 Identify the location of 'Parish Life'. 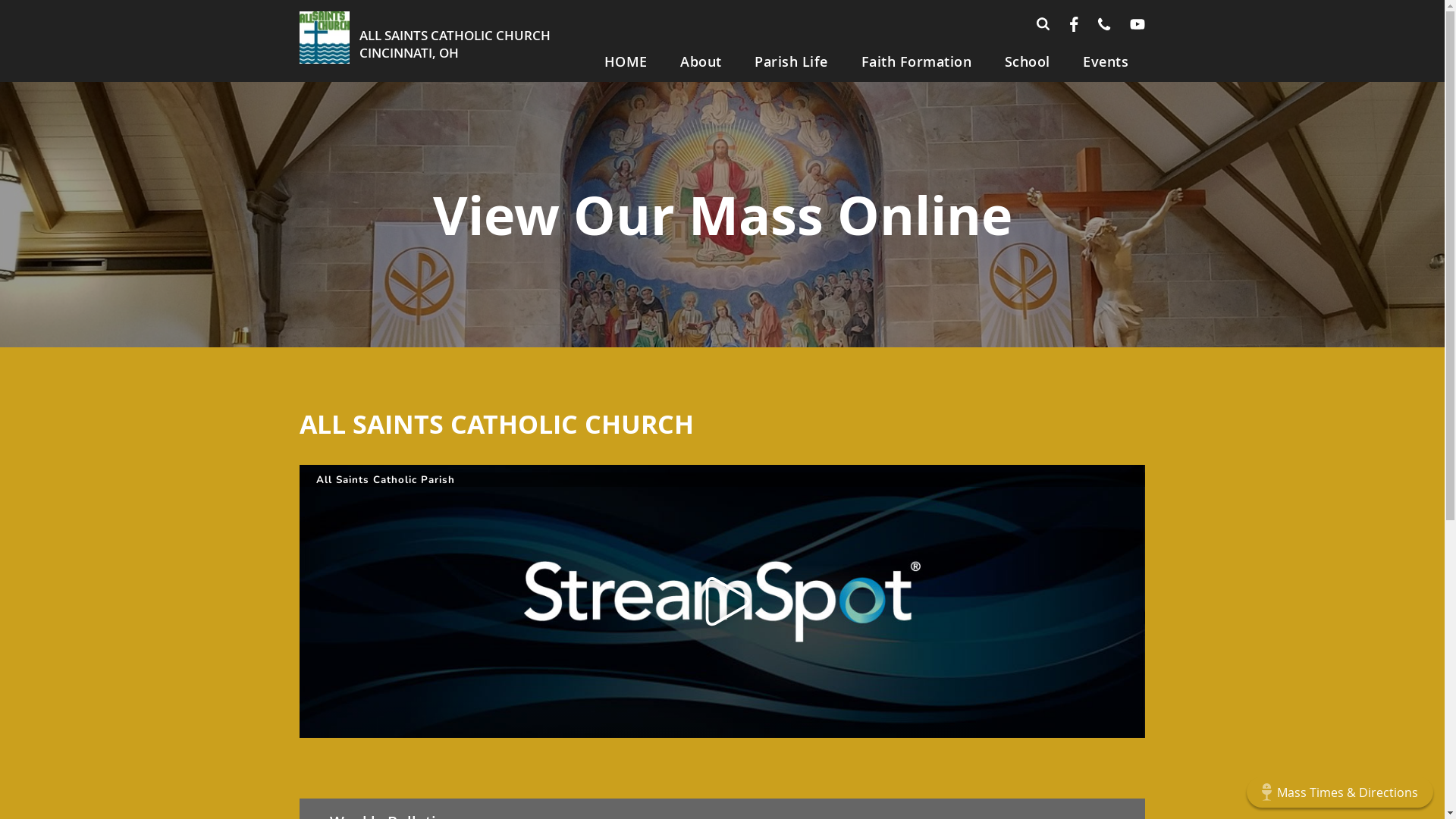
(790, 61).